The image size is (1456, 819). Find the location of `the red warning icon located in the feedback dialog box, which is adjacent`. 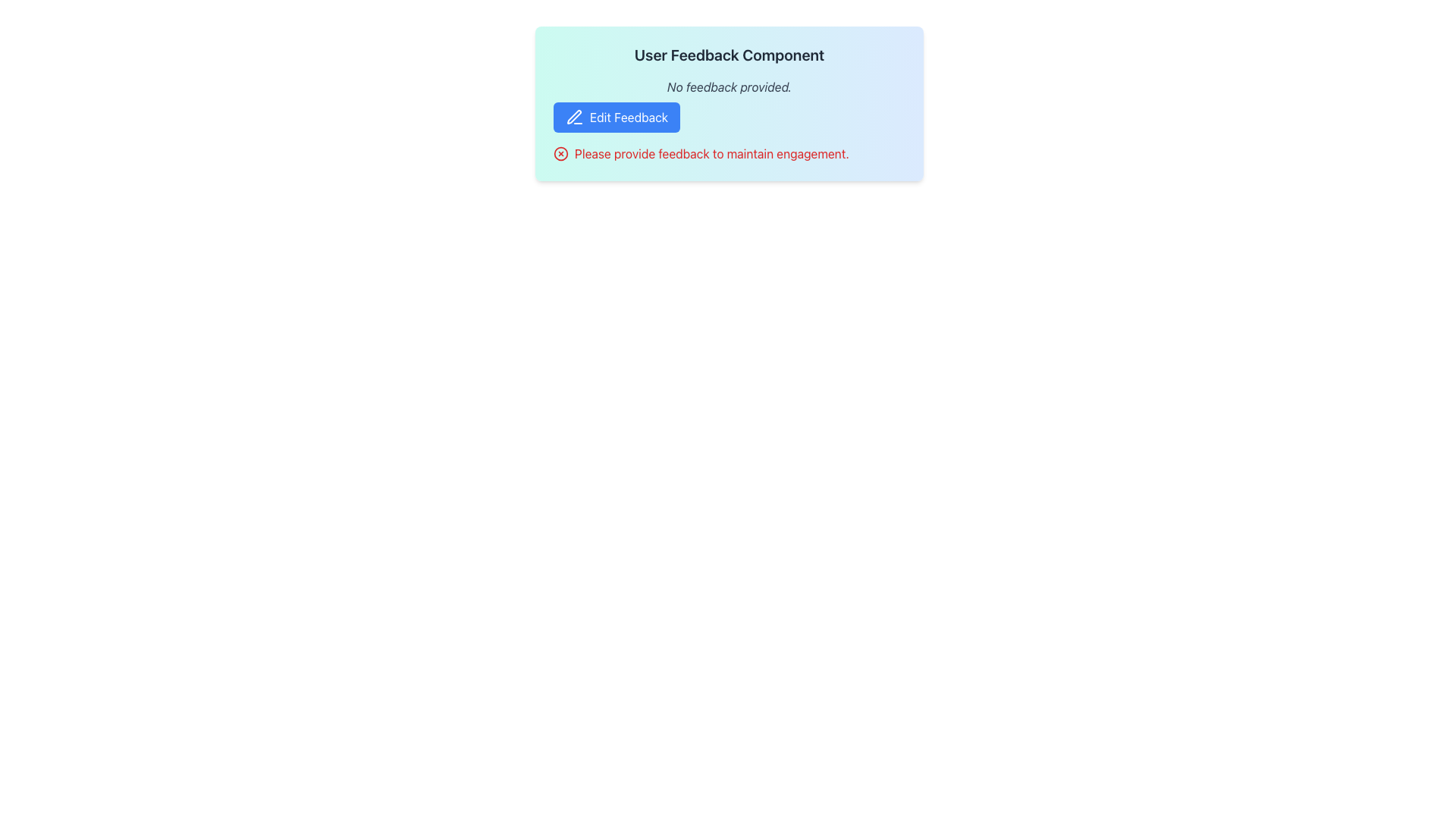

the red warning icon located in the feedback dialog box, which is adjacent is located at coordinates (560, 154).